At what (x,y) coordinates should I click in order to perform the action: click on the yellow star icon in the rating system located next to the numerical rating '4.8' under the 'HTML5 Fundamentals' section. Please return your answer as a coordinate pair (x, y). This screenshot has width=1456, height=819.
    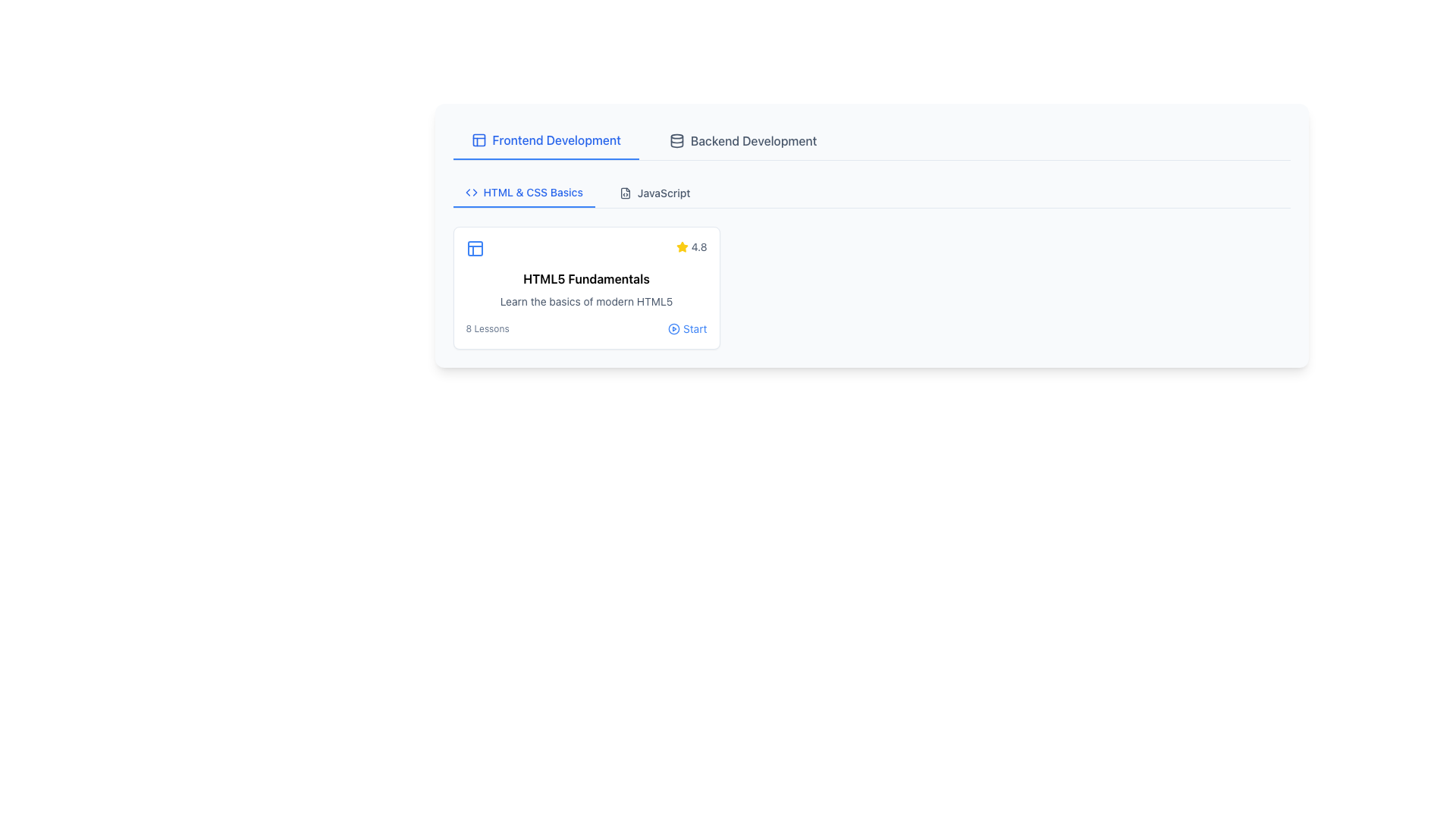
    Looking at the image, I should click on (681, 246).